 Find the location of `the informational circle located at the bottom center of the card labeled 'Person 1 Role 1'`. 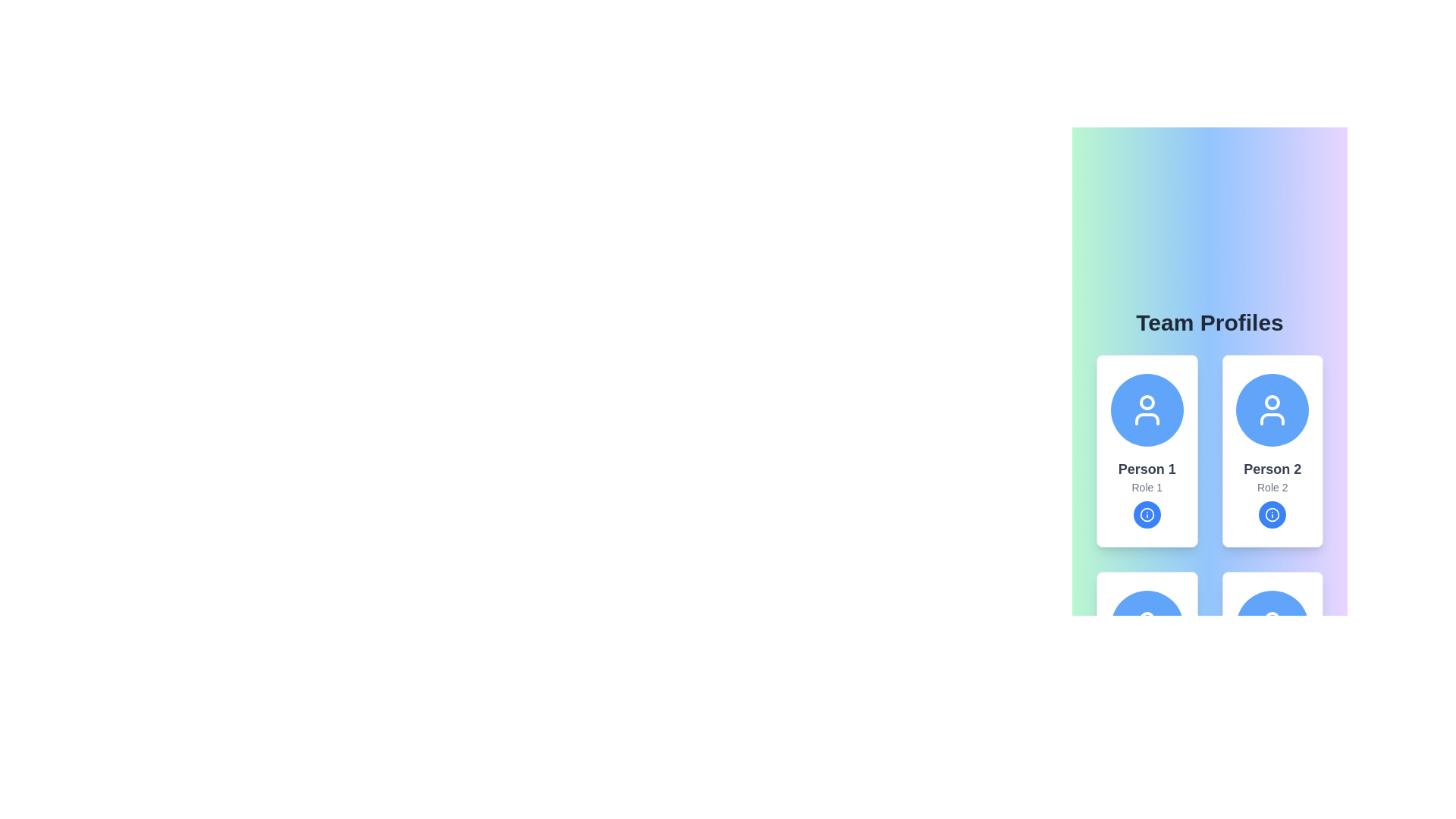

the informational circle located at the bottom center of the card labeled 'Person 1 Role 1' is located at coordinates (1147, 513).